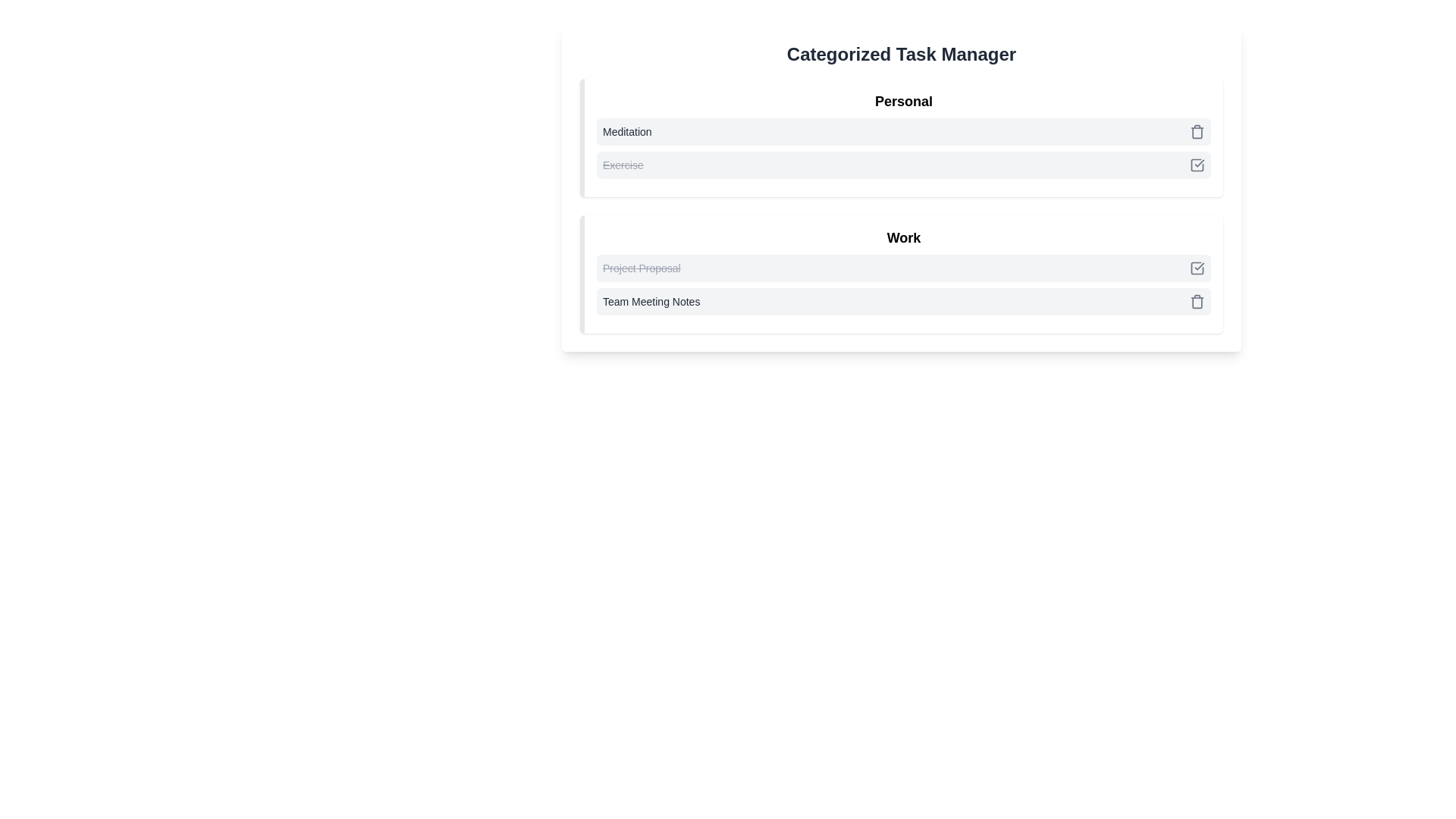 The width and height of the screenshot is (1456, 819). I want to click on the checkbox located at the right end of the 'Project Proposal' task row under the 'Work' category to check or uncheck the task, so click(1197, 268).